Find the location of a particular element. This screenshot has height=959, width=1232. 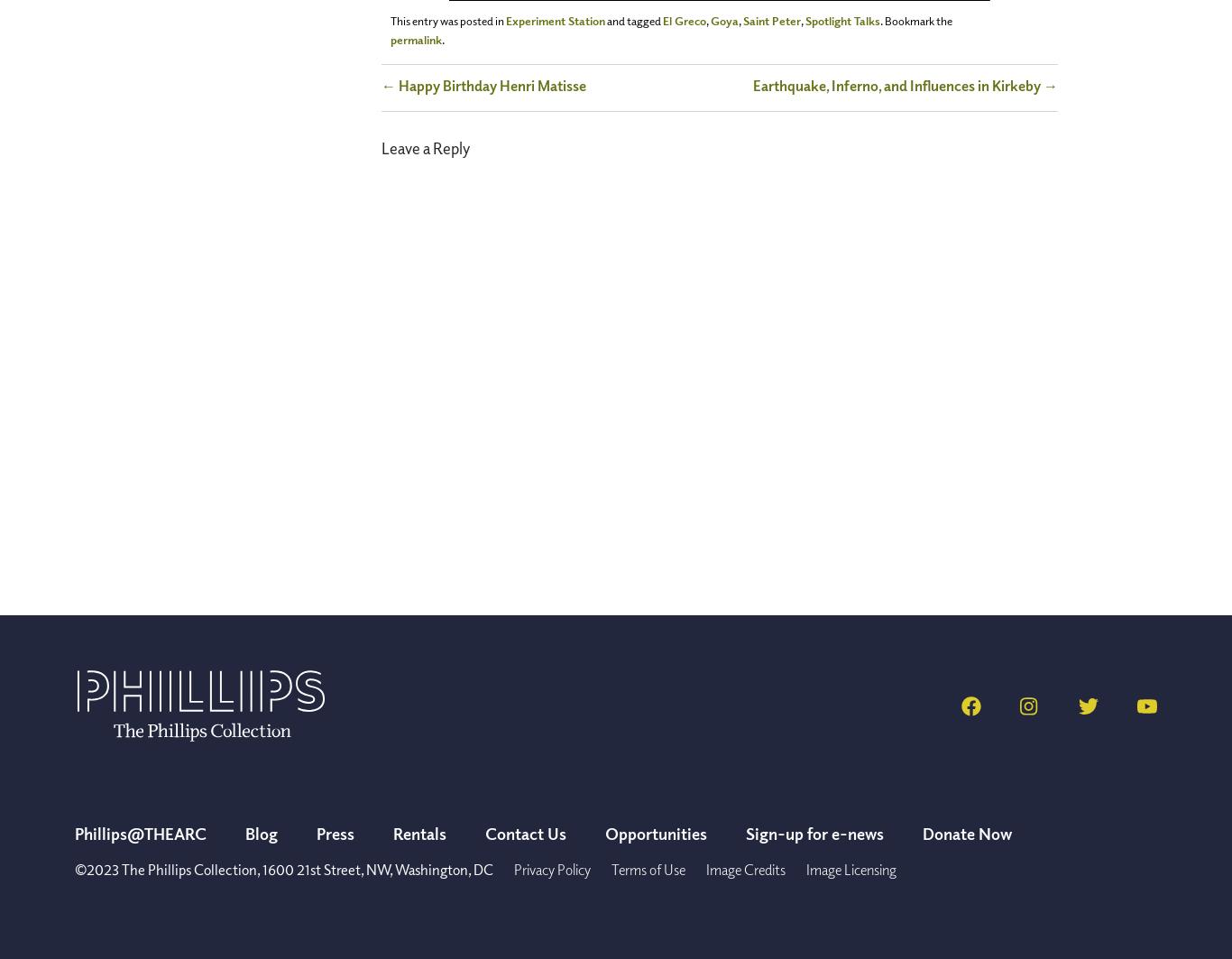

'Leave a Reply' is located at coordinates (425, 146).